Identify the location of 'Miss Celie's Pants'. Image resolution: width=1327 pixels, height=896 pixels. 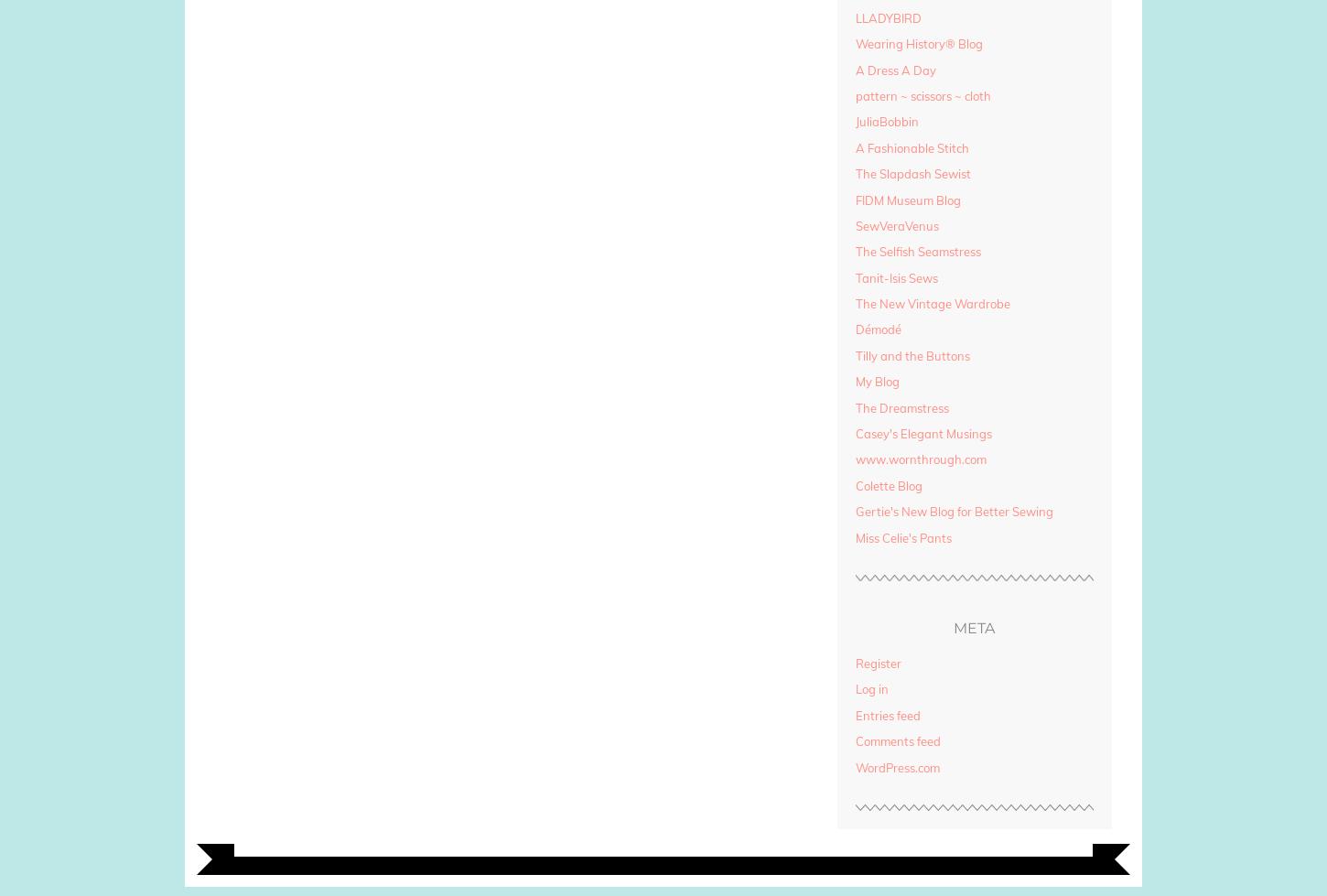
(902, 536).